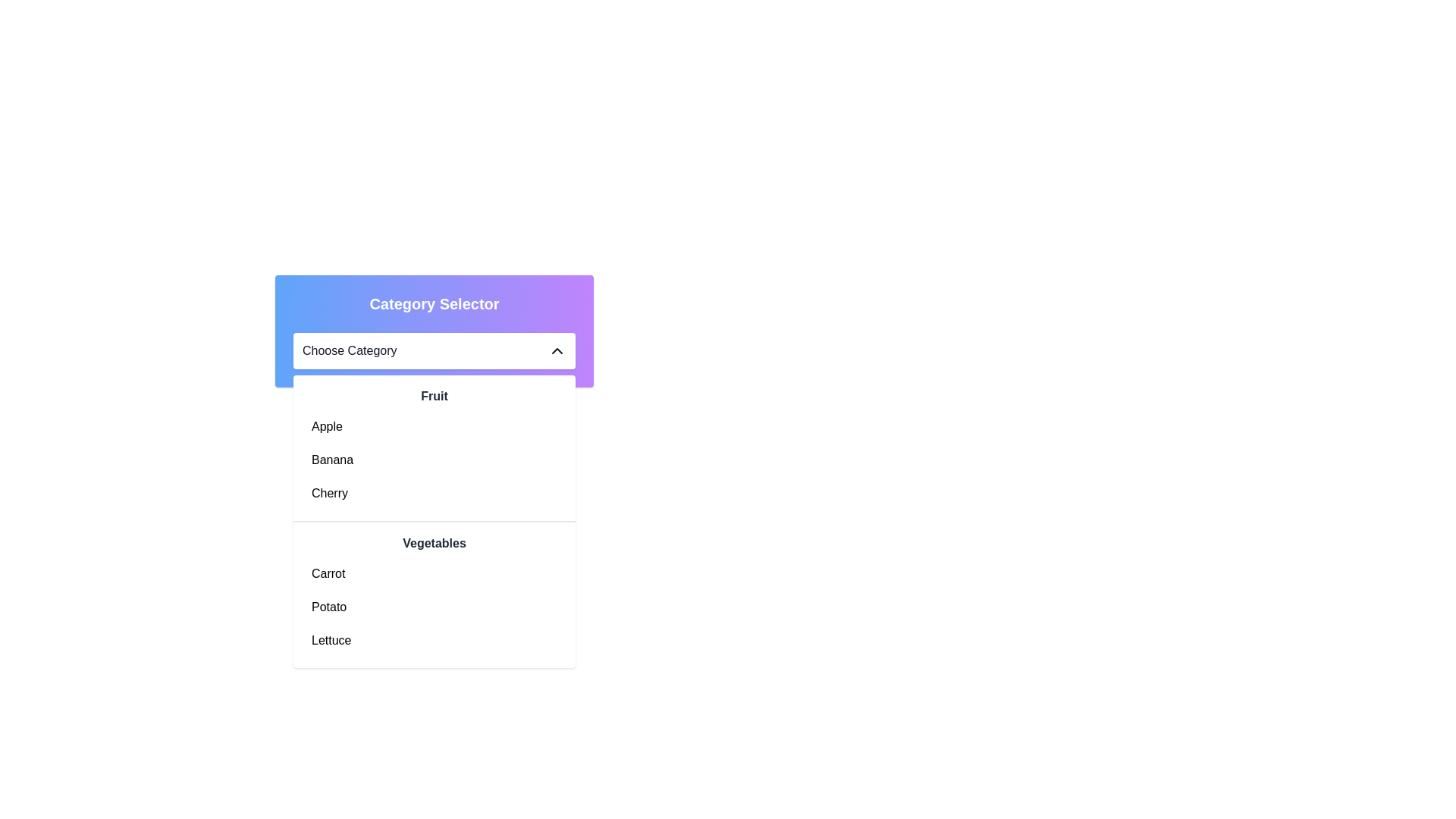 This screenshot has height=819, width=1456. I want to click on the selectable list item labeled 'Carrot' in the 'Vegetables' dropdown menu, so click(433, 573).